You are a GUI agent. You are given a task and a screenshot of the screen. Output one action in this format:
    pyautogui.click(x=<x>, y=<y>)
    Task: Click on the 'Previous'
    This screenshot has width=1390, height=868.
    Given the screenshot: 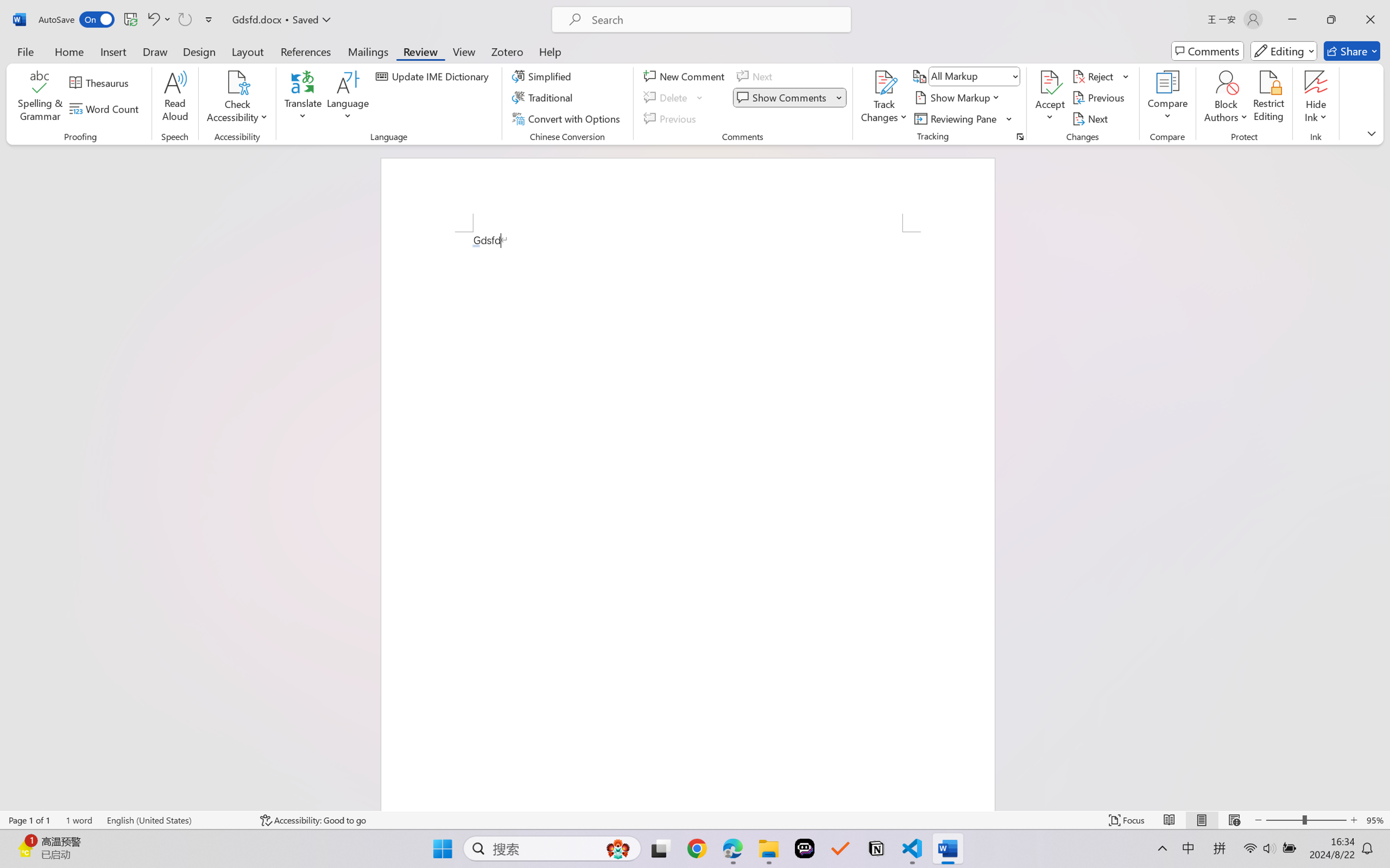 What is the action you would take?
    pyautogui.click(x=1099, y=98)
    